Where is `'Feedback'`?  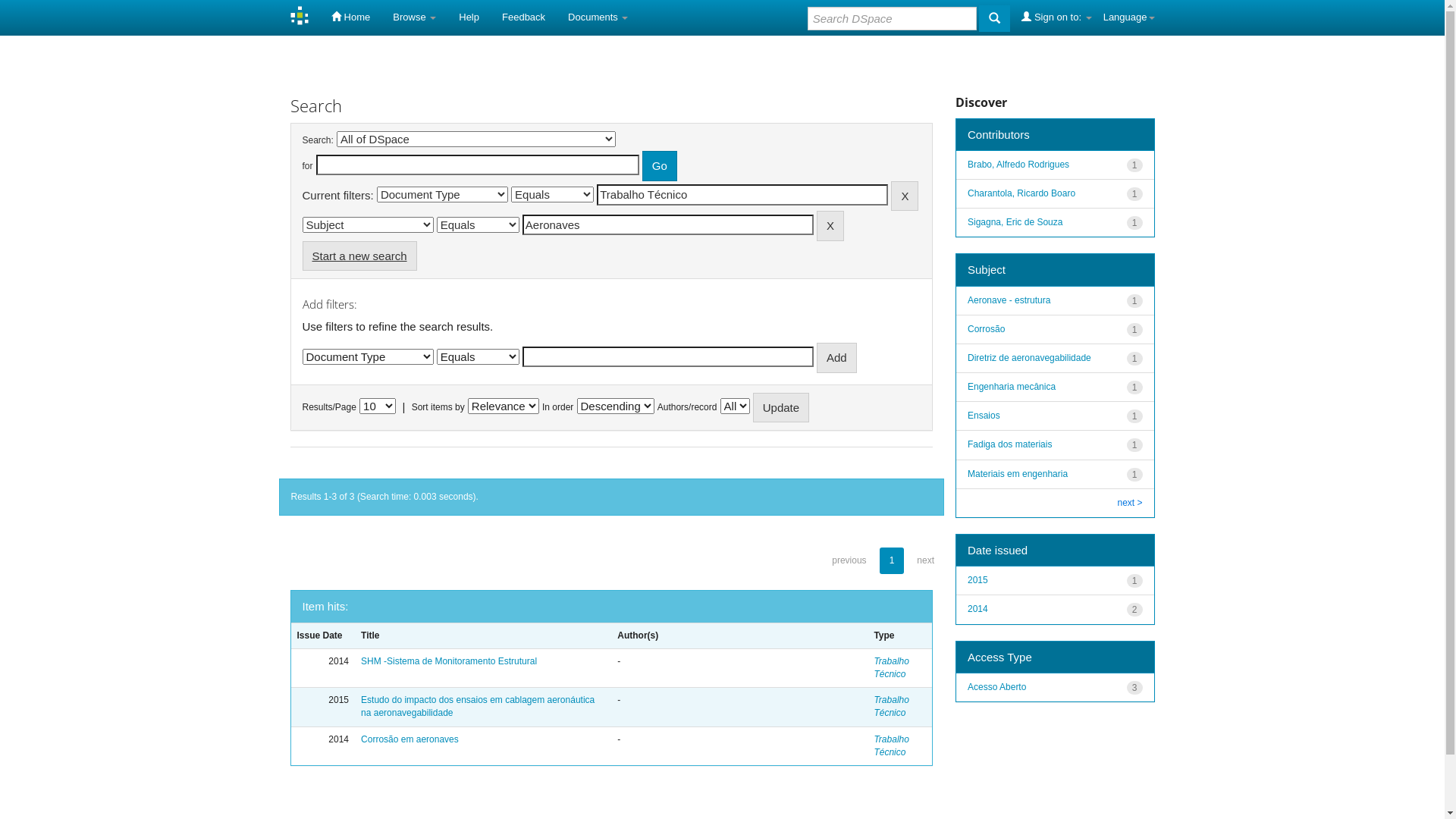 'Feedback' is located at coordinates (491, 17).